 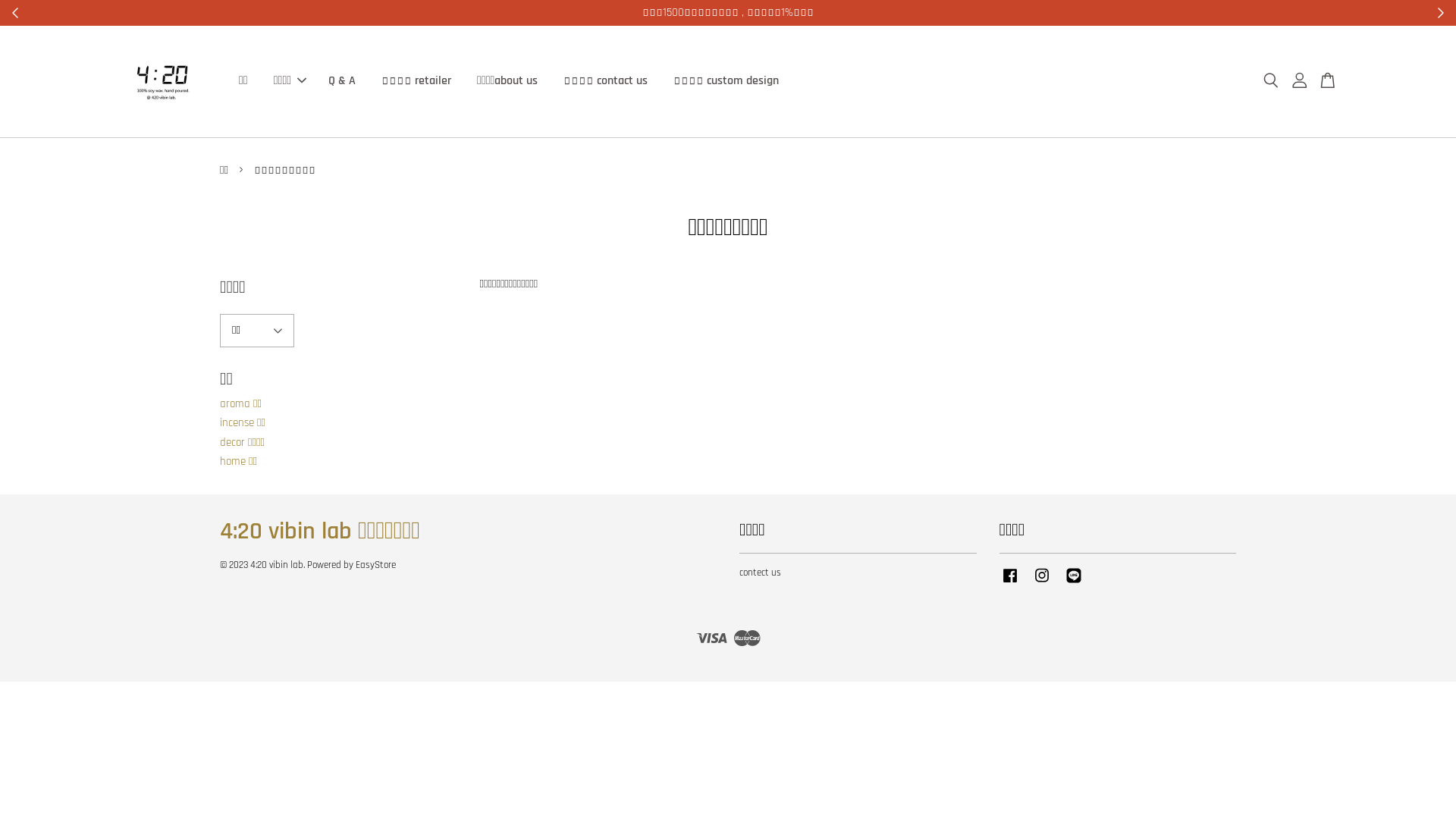 I want to click on 'contect us', so click(x=760, y=573).